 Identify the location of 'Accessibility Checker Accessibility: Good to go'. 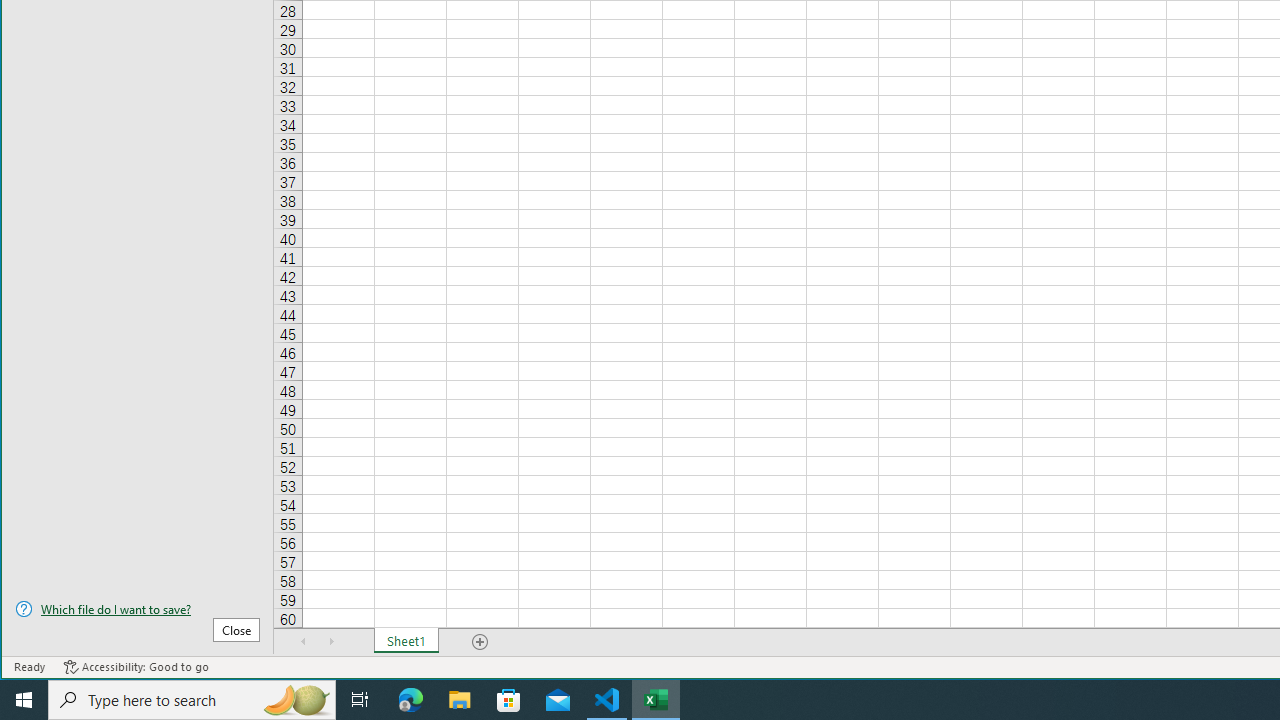
(135, 667).